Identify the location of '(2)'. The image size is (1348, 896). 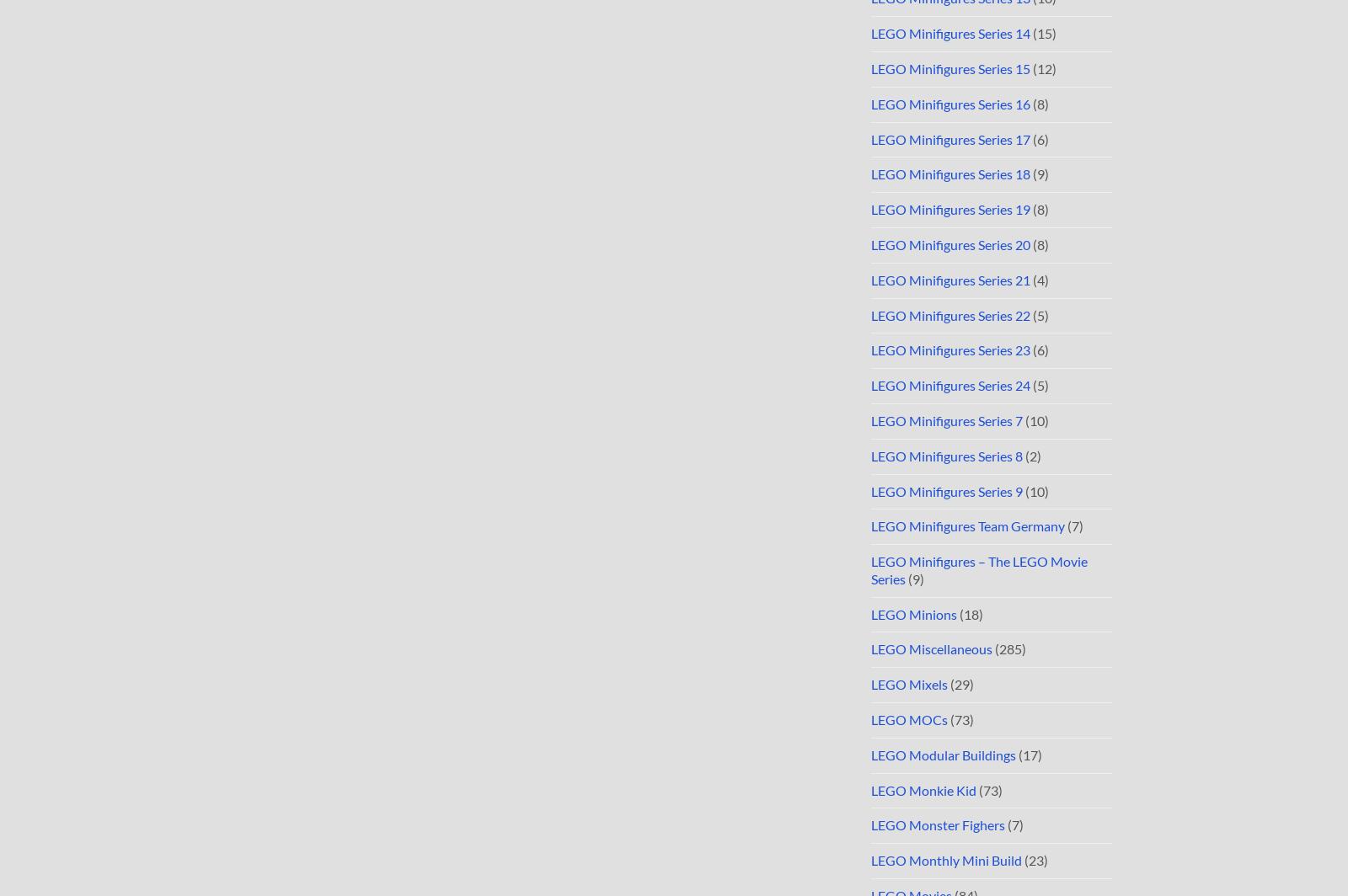
(1030, 455).